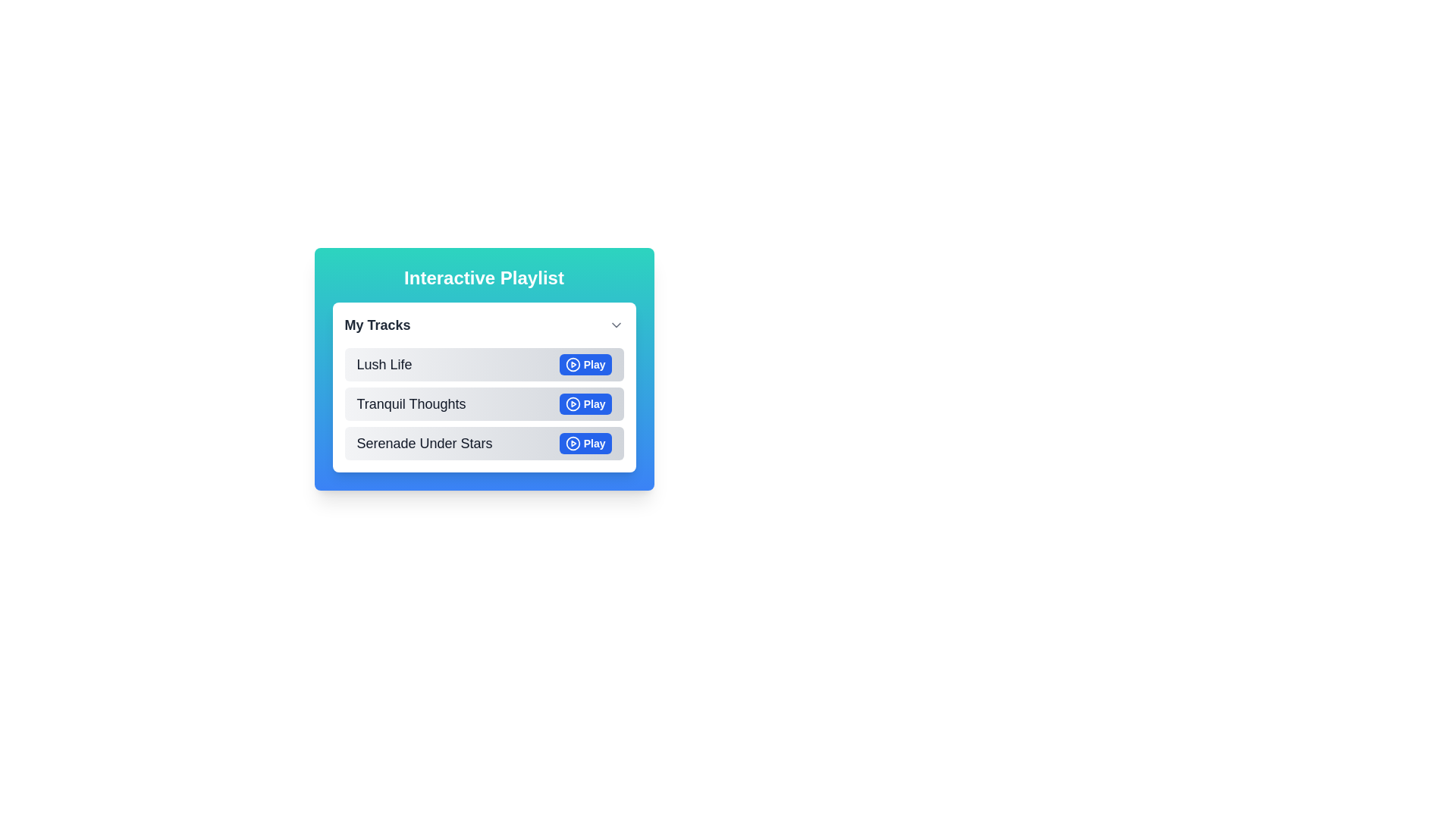 This screenshot has width=1456, height=819. What do you see at coordinates (616, 324) in the screenshot?
I see `the dropdown trigger icon located on the far right of the 'My Tracks' header section` at bounding box center [616, 324].